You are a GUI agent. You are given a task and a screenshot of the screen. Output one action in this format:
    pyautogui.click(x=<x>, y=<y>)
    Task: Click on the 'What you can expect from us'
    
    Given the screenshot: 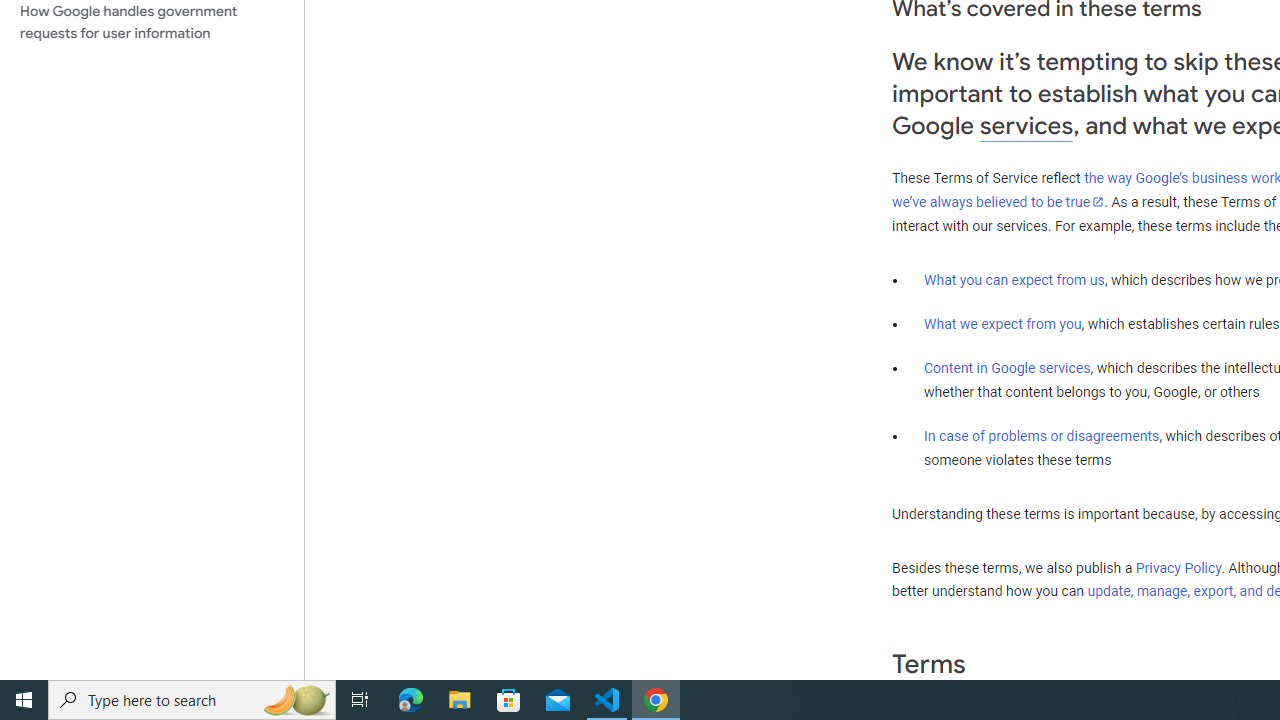 What is the action you would take?
    pyautogui.click(x=1014, y=279)
    